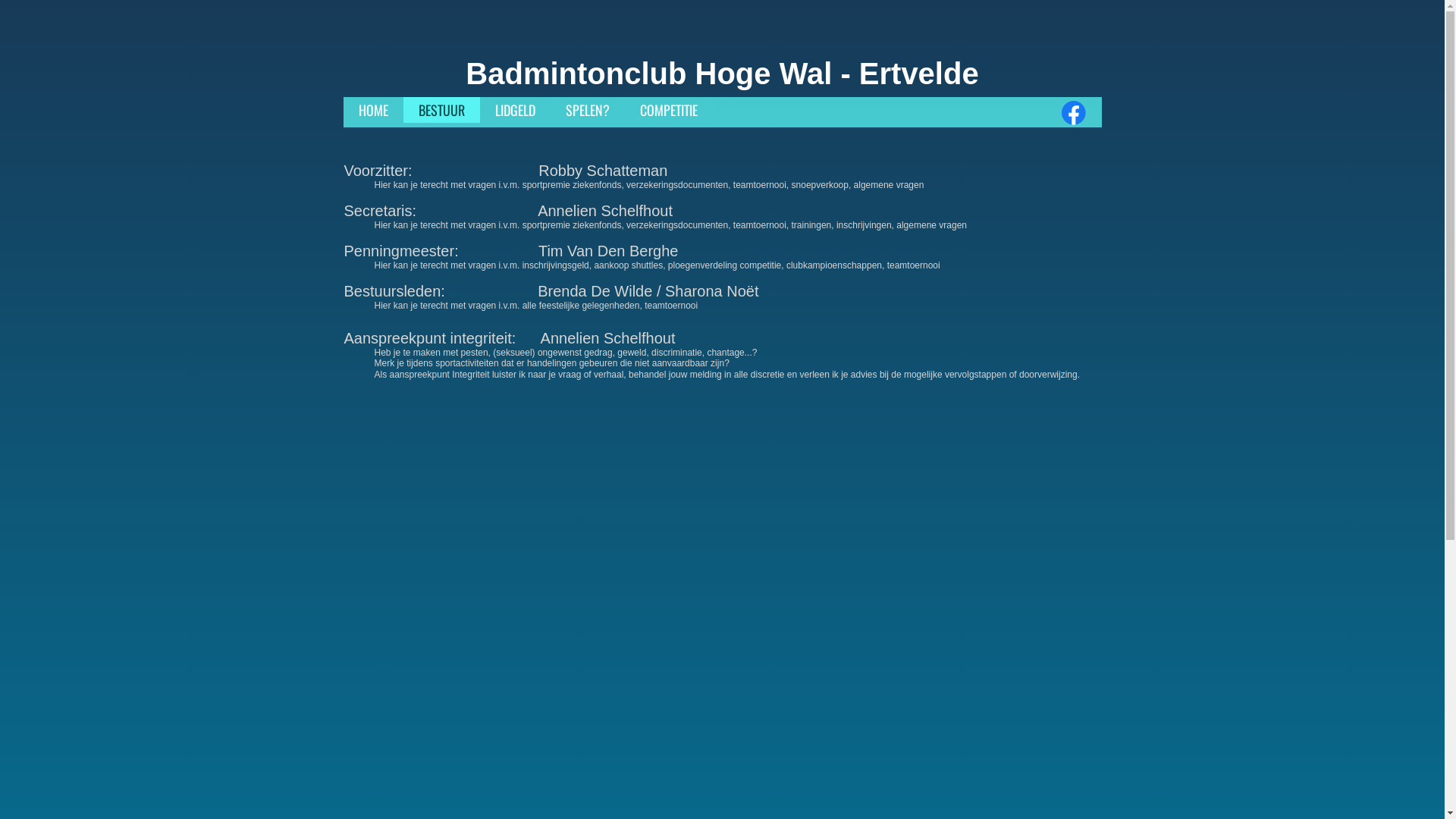 This screenshot has width=1456, height=819. I want to click on 'LIDGELD', so click(514, 109).